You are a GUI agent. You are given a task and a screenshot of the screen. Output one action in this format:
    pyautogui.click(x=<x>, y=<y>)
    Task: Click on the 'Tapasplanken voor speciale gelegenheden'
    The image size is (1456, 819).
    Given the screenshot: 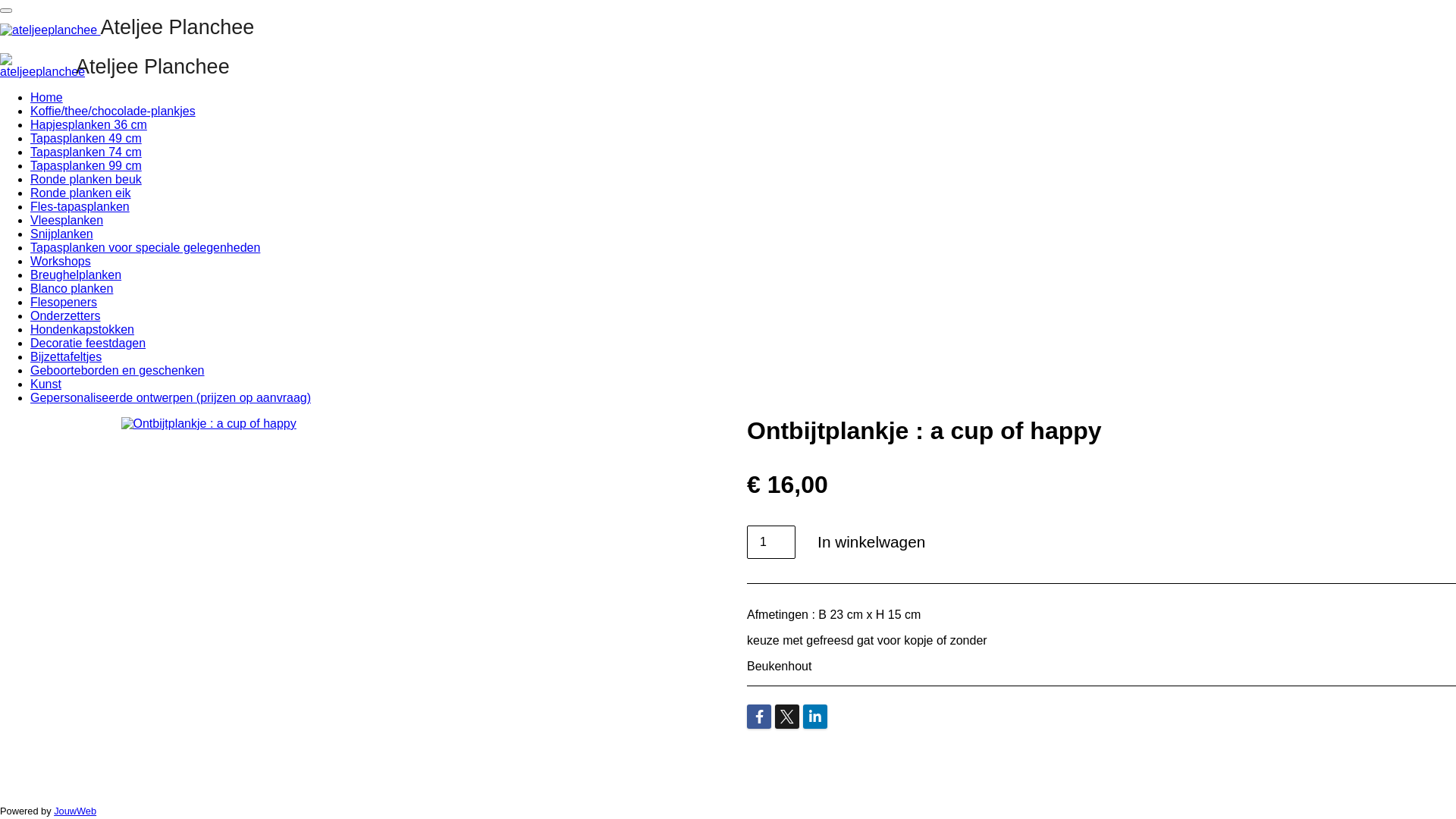 What is the action you would take?
    pyautogui.click(x=145, y=246)
    